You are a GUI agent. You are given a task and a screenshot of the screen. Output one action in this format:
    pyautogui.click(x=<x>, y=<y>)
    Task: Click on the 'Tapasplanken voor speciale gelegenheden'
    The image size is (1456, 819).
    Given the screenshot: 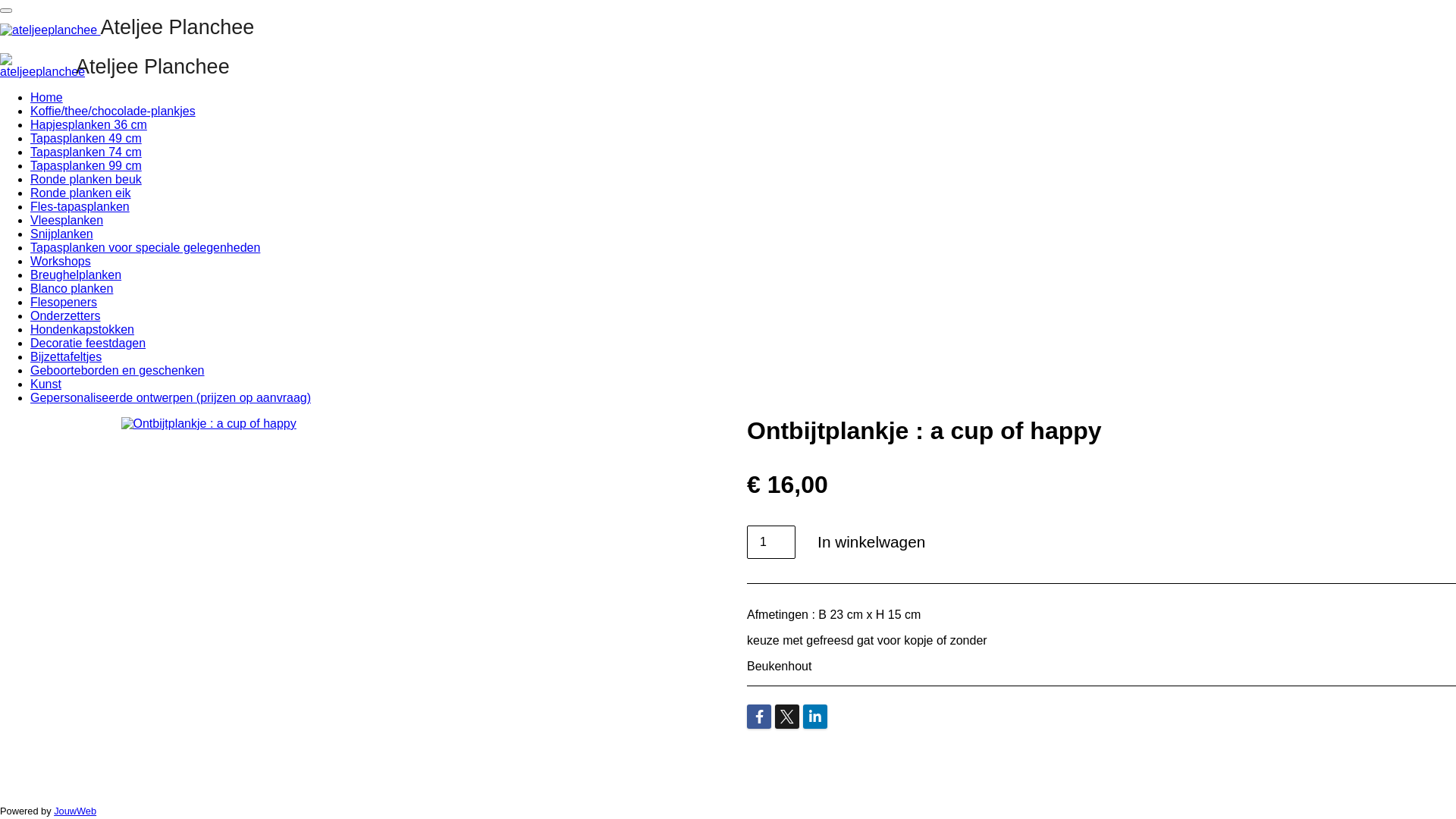 What is the action you would take?
    pyautogui.click(x=145, y=246)
    